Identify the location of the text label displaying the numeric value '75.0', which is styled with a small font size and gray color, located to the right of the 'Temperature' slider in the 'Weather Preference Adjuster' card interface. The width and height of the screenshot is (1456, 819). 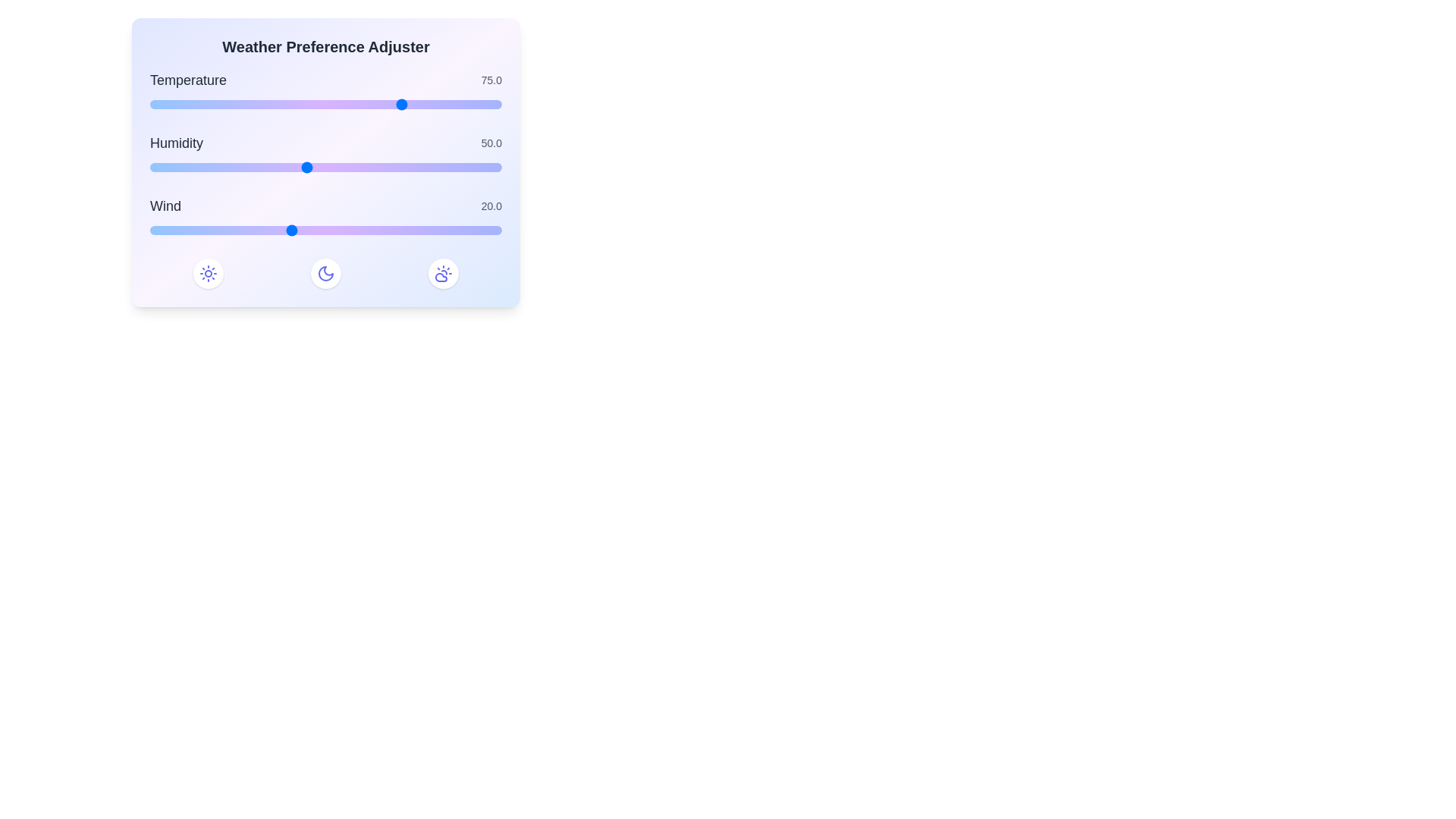
(491, 80).